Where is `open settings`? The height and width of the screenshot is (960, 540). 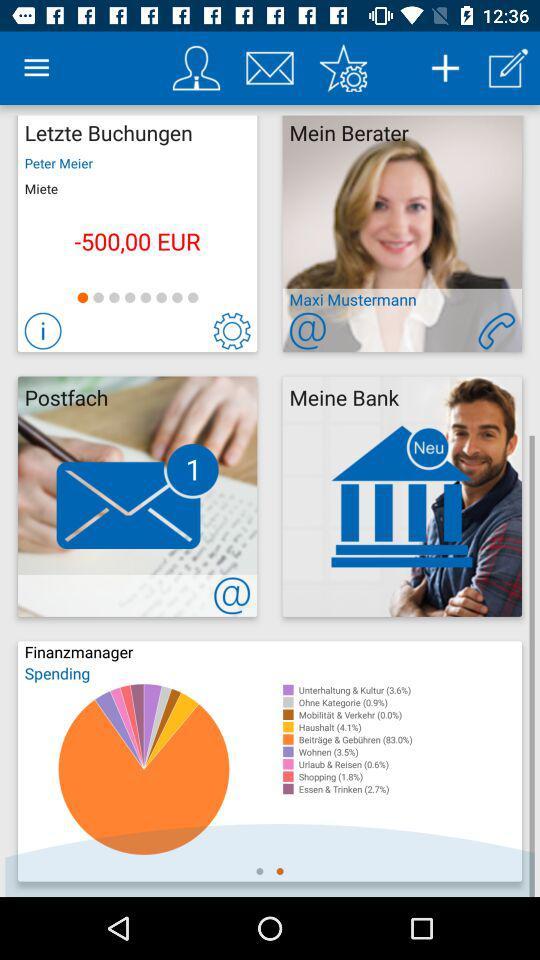
open settings is located at coordinates (342, 68).